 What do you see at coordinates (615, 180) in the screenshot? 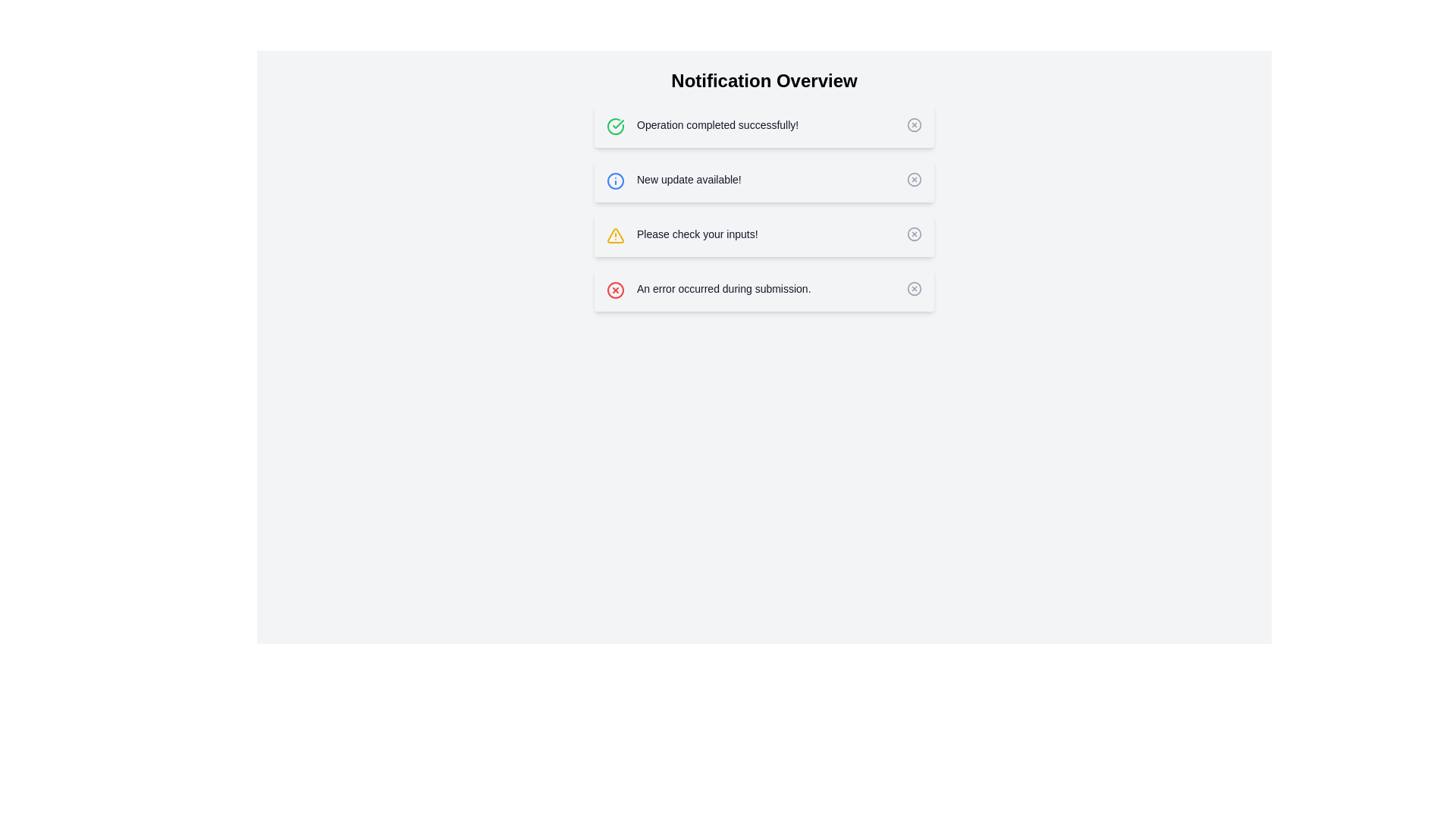
I see `the circular blue icon with an enclosed 'i' symbol that indicates an informational alert, positioned next to the notification 'New update available!'` at bounding box center [615, 180].